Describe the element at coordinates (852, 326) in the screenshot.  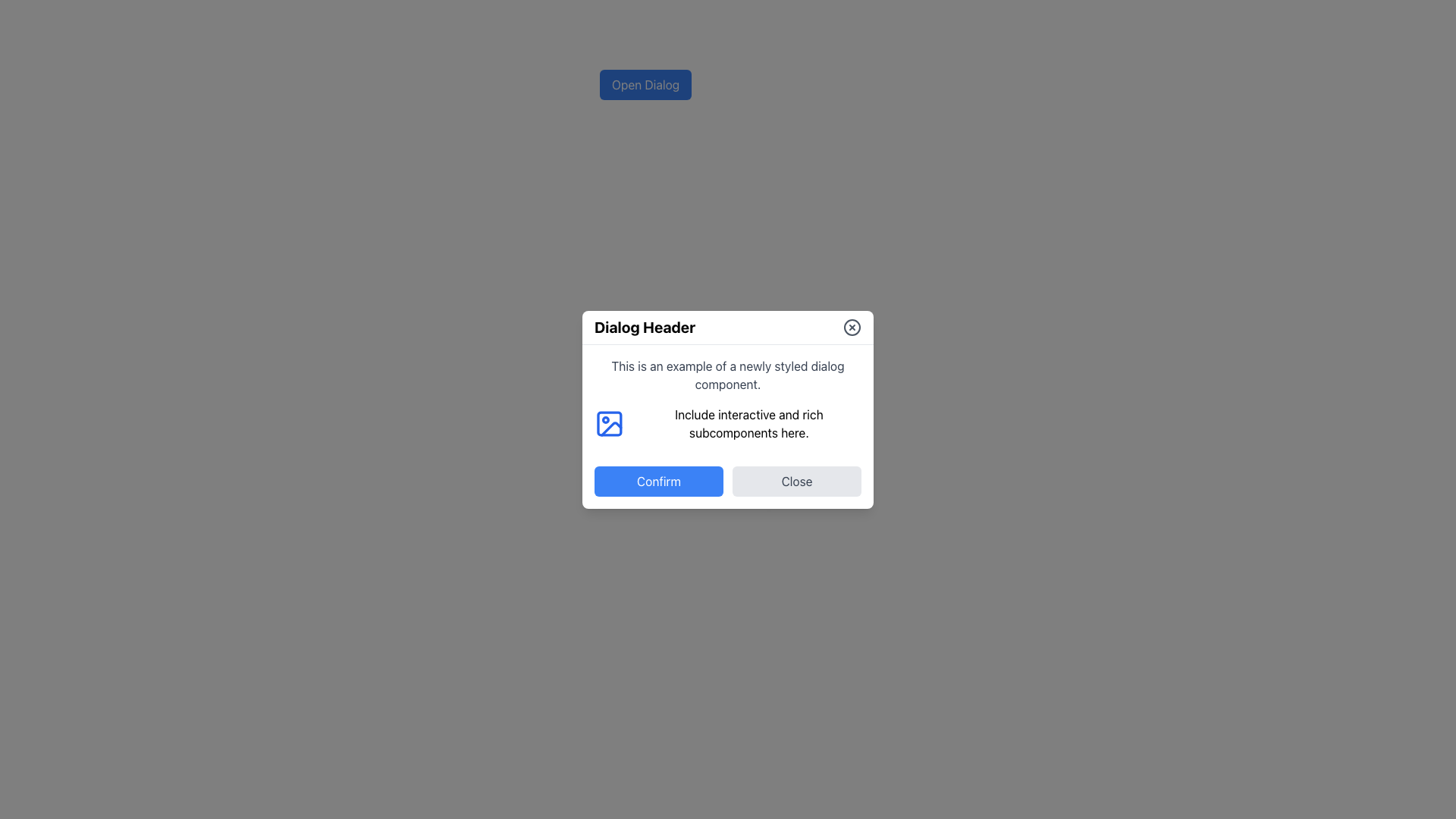
I see `the decorative SVG Circle that forms part of the close icon in the top-right corner of the dialog box` at that location.